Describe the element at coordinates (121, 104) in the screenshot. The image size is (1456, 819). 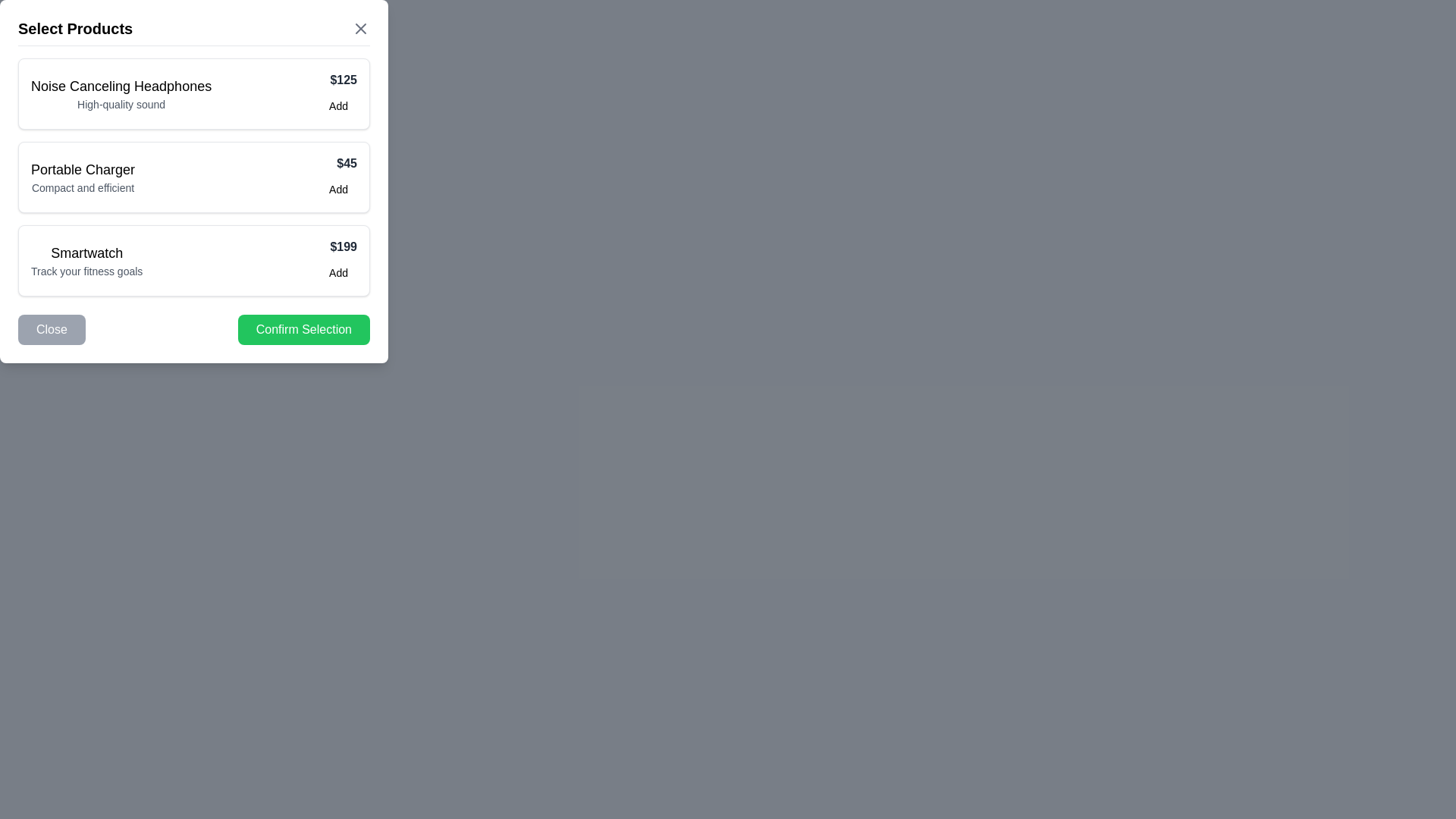
I see `the descriptive Text label for 'Noise Canceling Headphones' within the modal dialog titled 'Select Products', located under the heading and to the left of pricing and button elements` at that location.